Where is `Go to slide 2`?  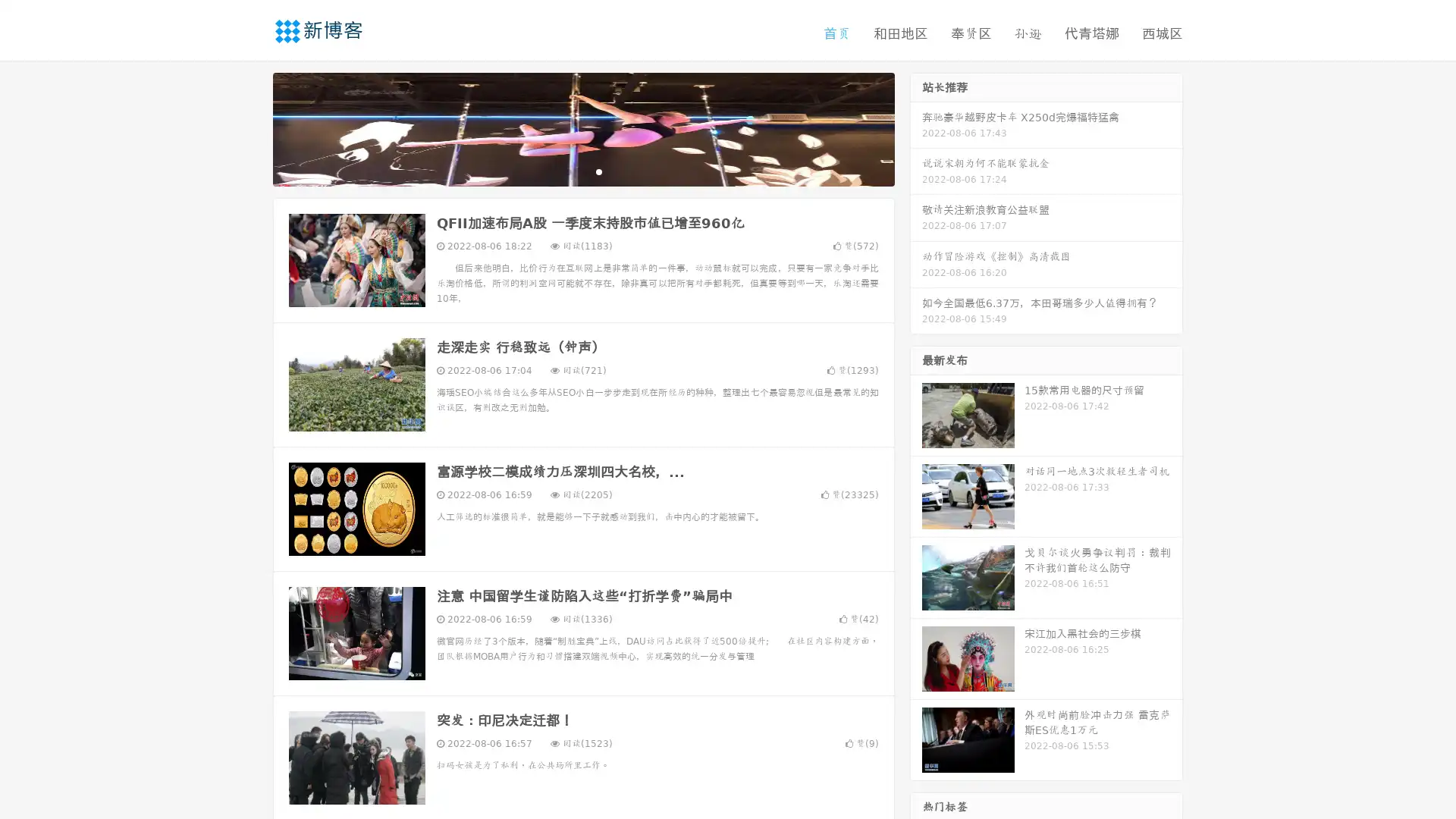 Go to slide 2 is located at coordinates (582, 171).